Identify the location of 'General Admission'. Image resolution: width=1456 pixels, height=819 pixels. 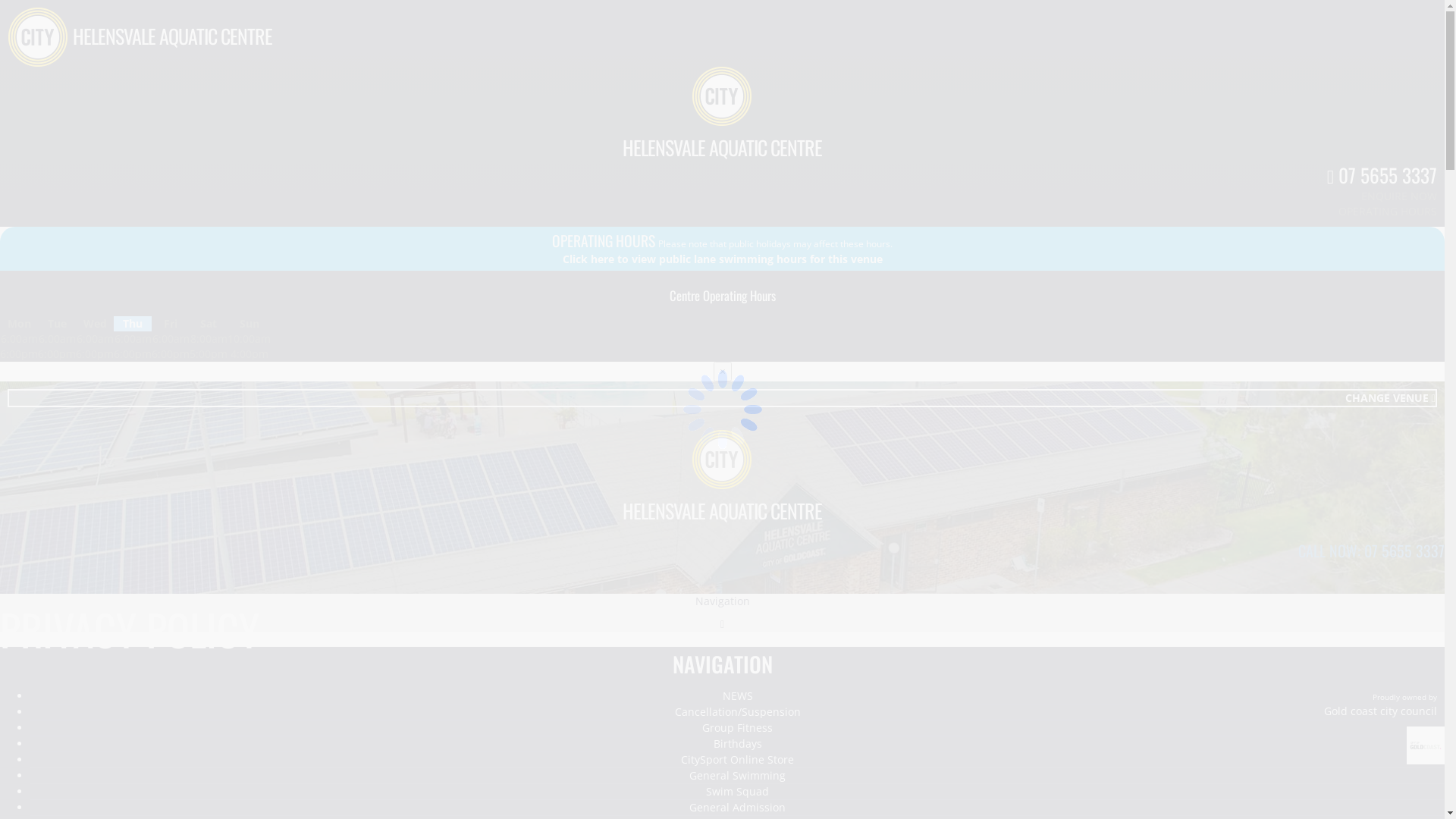
(737, 806).